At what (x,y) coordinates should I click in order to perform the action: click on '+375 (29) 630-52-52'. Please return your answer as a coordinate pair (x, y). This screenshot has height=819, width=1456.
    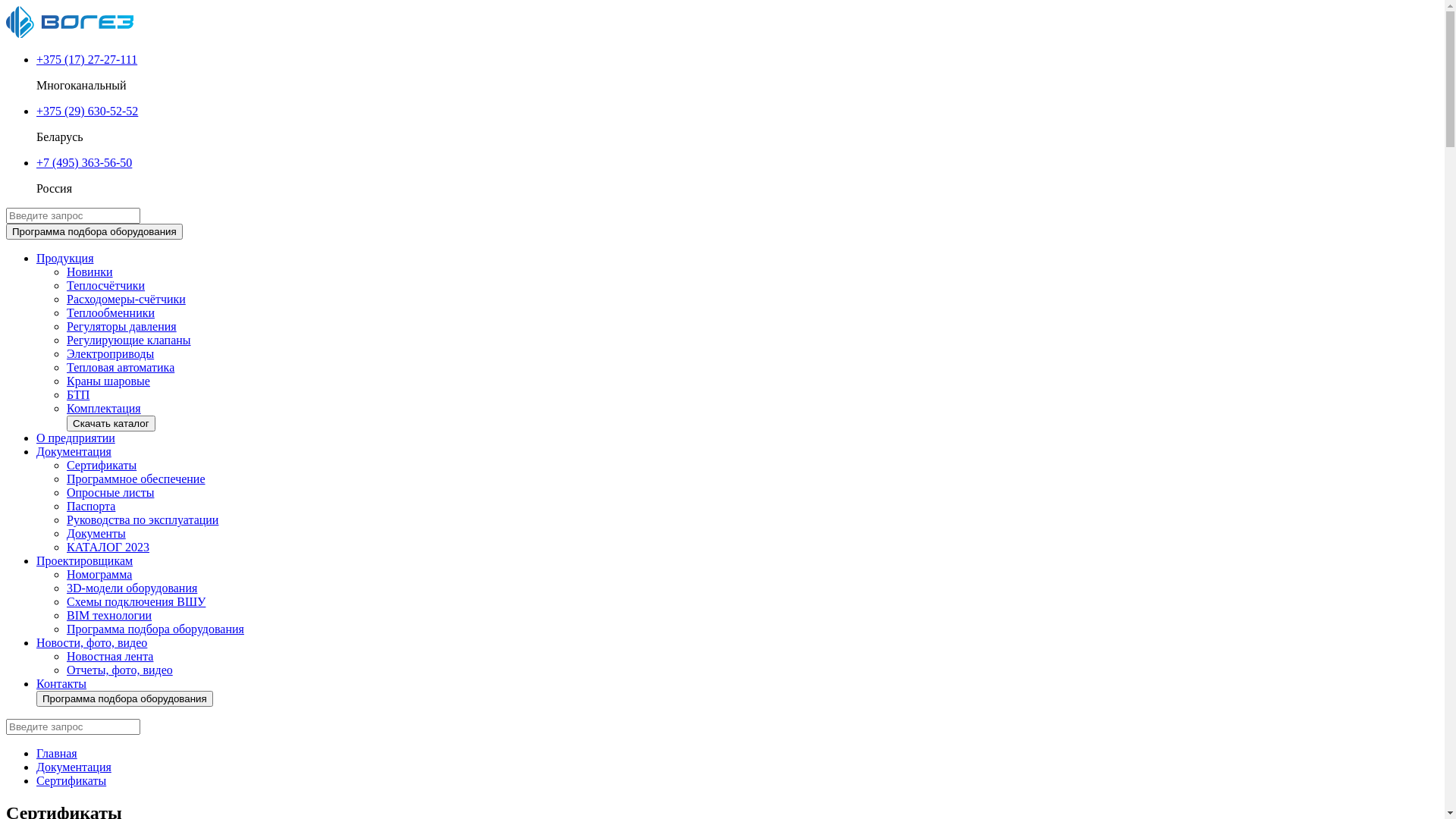
    Looking at the image, I should click on (86, 110).